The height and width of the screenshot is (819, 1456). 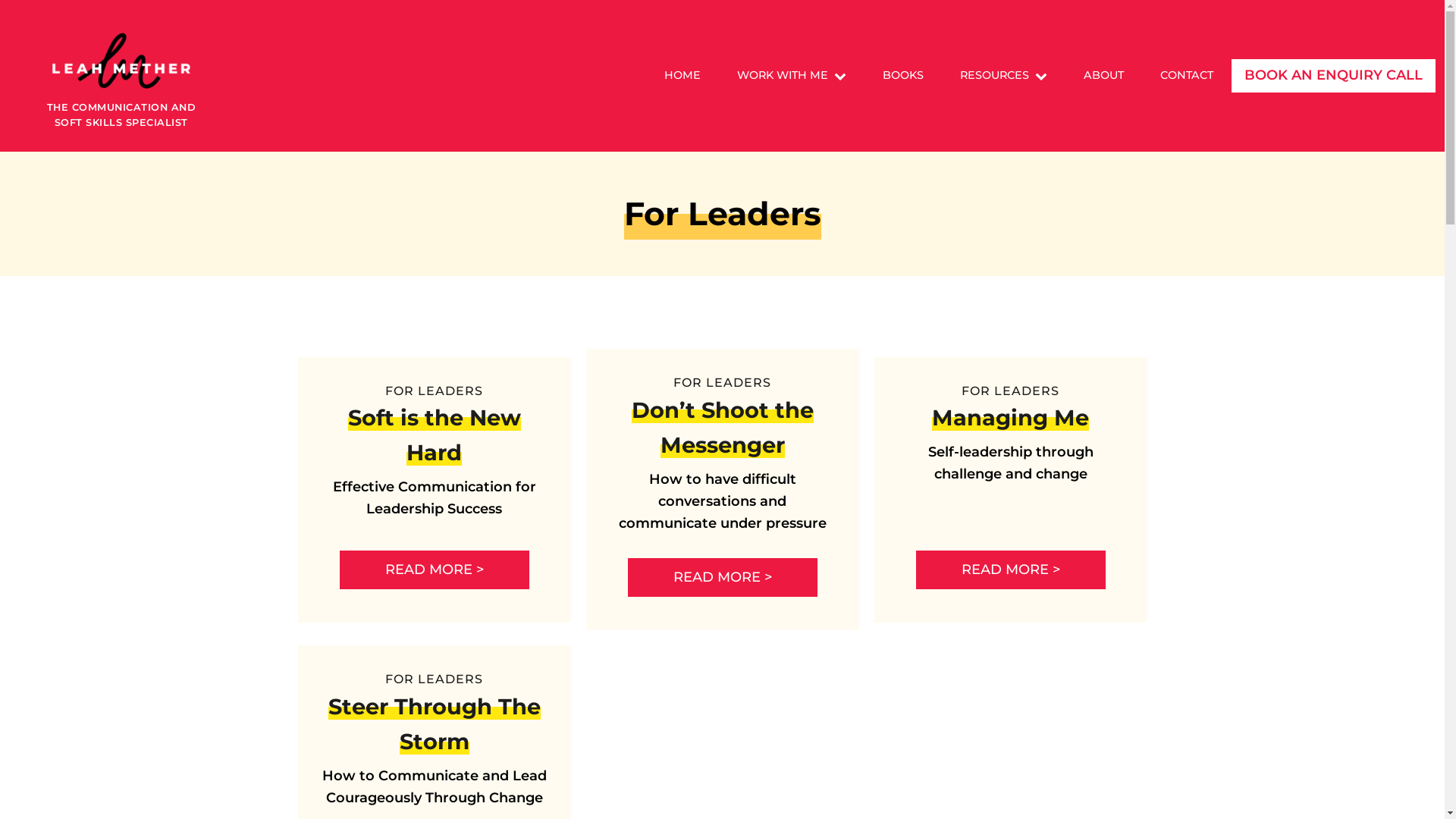 I want to click on 'READ MORE >', so click(x=433, y=570).